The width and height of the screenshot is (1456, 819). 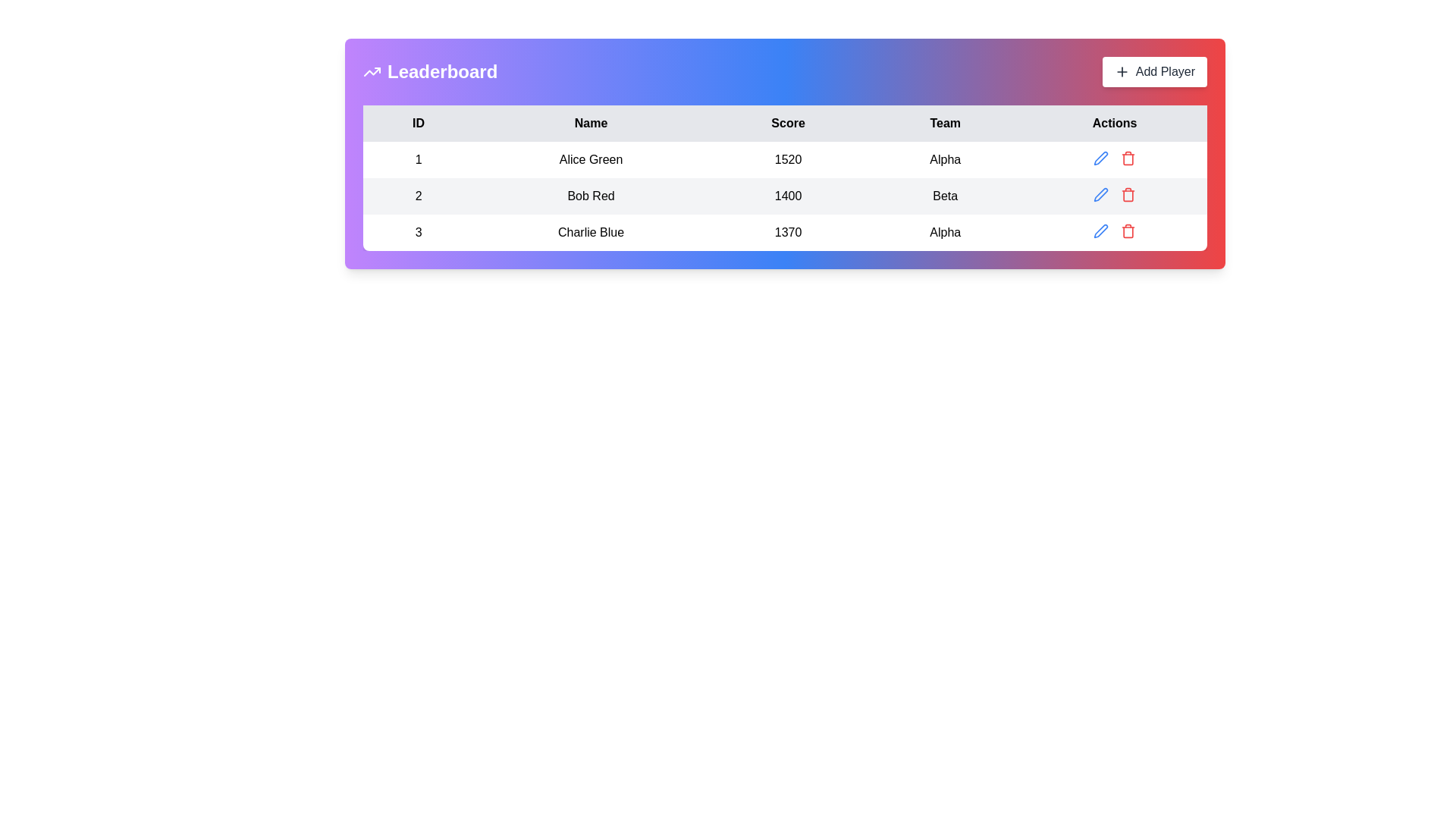 What do you see at coordinates (788, 233) in the screenshot?
I see `the numeric text '1370' which is centrally aligned in the 'Score' column of the leaderboard table, located in the third row corresponding to 'Charlie Blue'` at bounding box center [788, 233].